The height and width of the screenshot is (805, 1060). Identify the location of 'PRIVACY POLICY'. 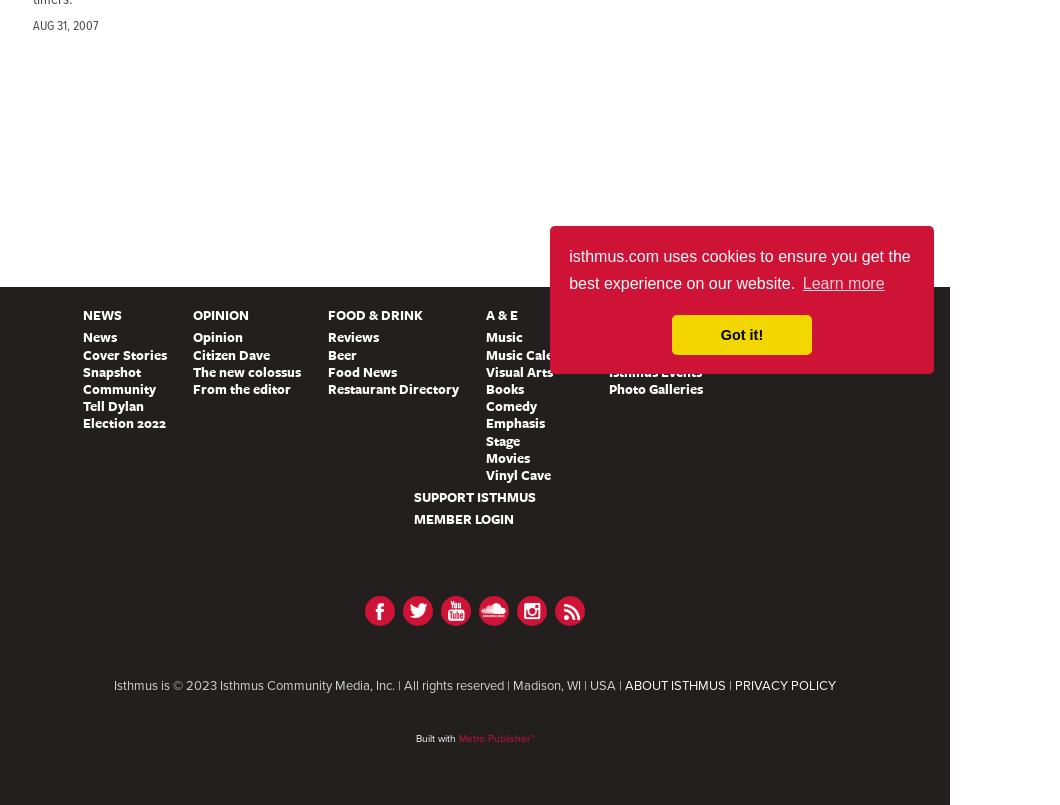
(734, 685).